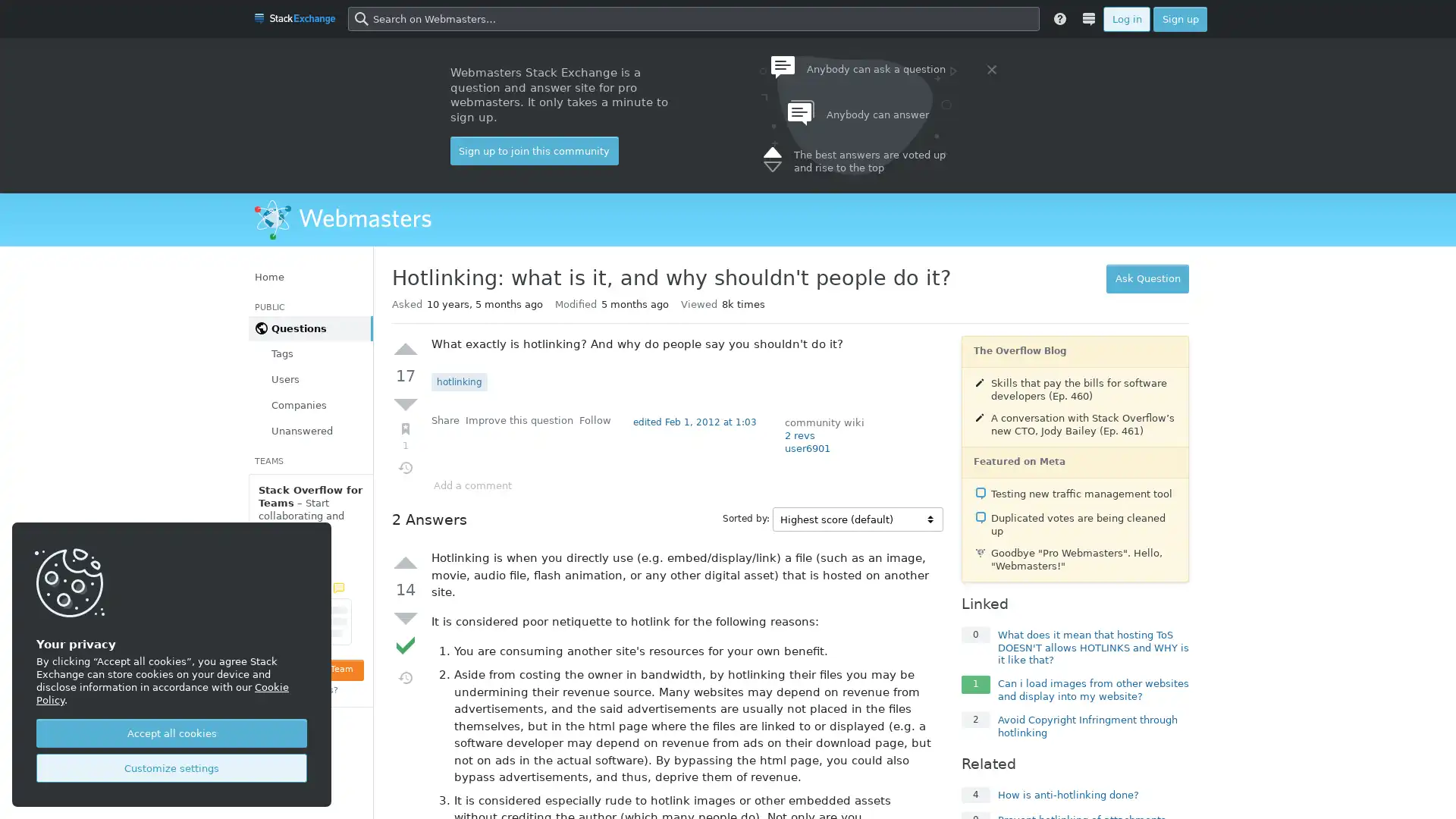  Describe the element at coordinates (171, 733) in the screenshot. I see `Accept all cookies` at that location.